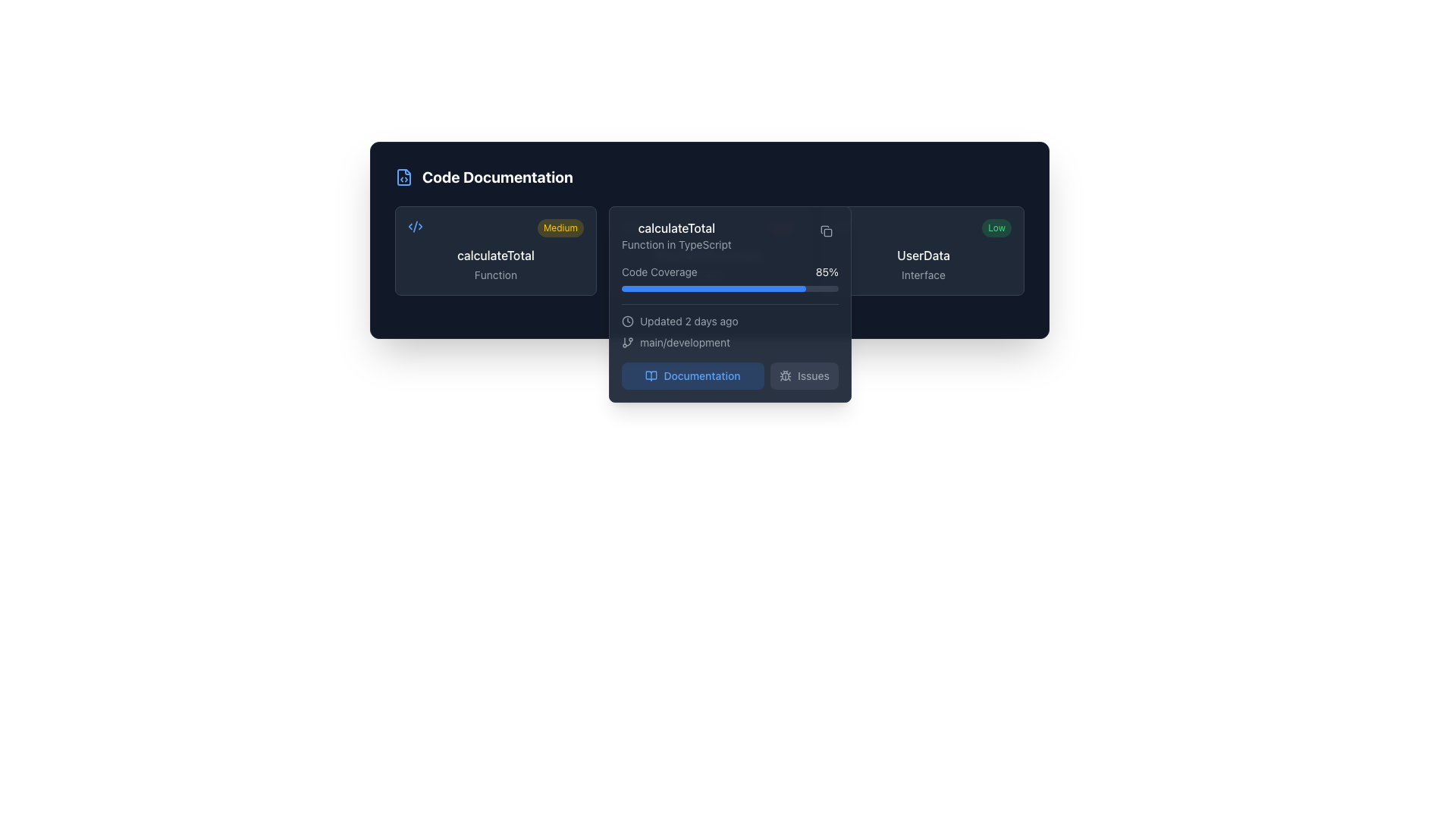  Describe the element at coordinates (730, 304) in the screenshot. I see `the 'Issues' button located on the Information panel, which displays details about the TypeScript function 'calculateTotal'` at that location.